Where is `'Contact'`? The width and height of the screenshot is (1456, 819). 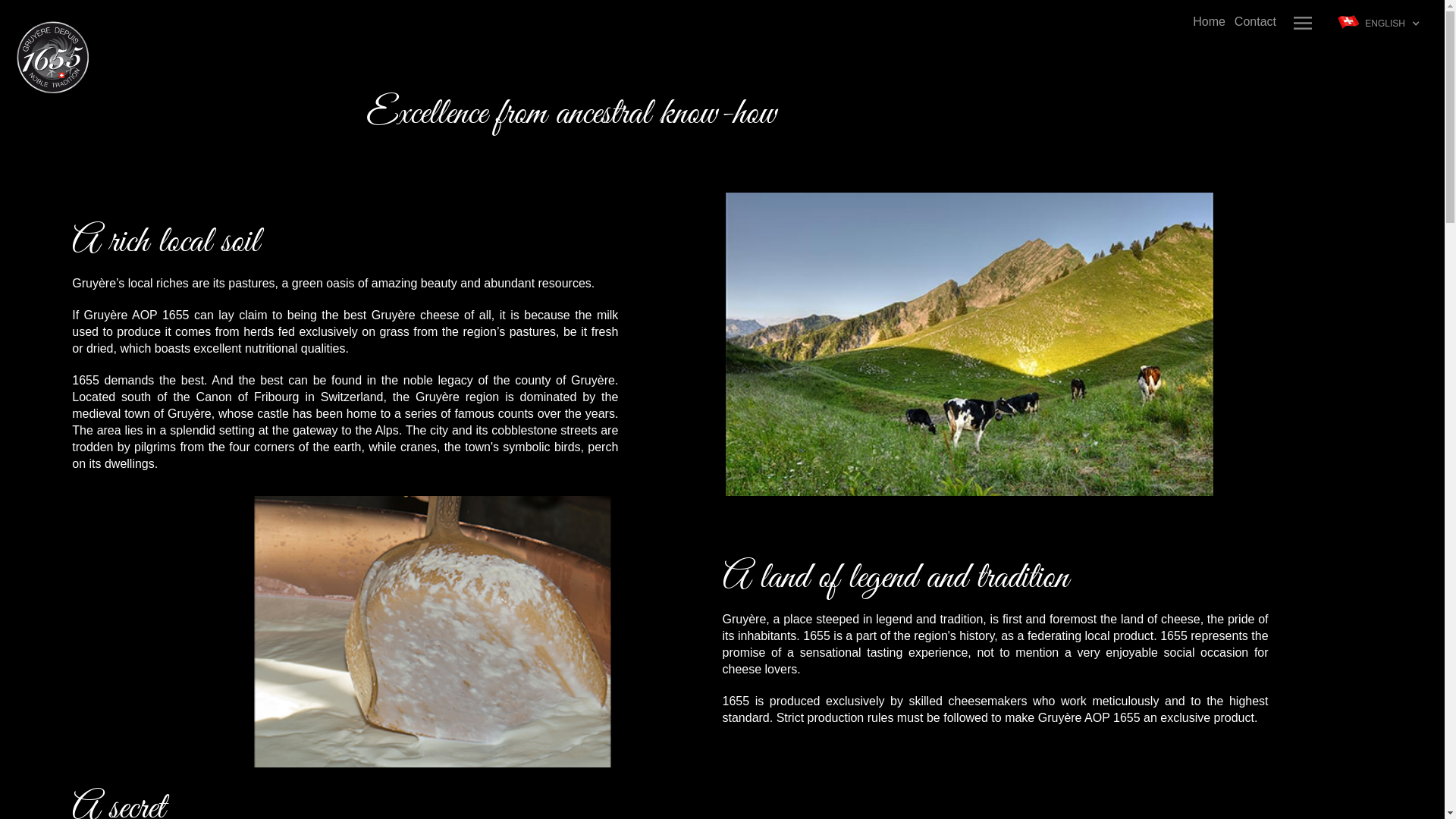
'Contact' is located at coordinates (1255, 22).